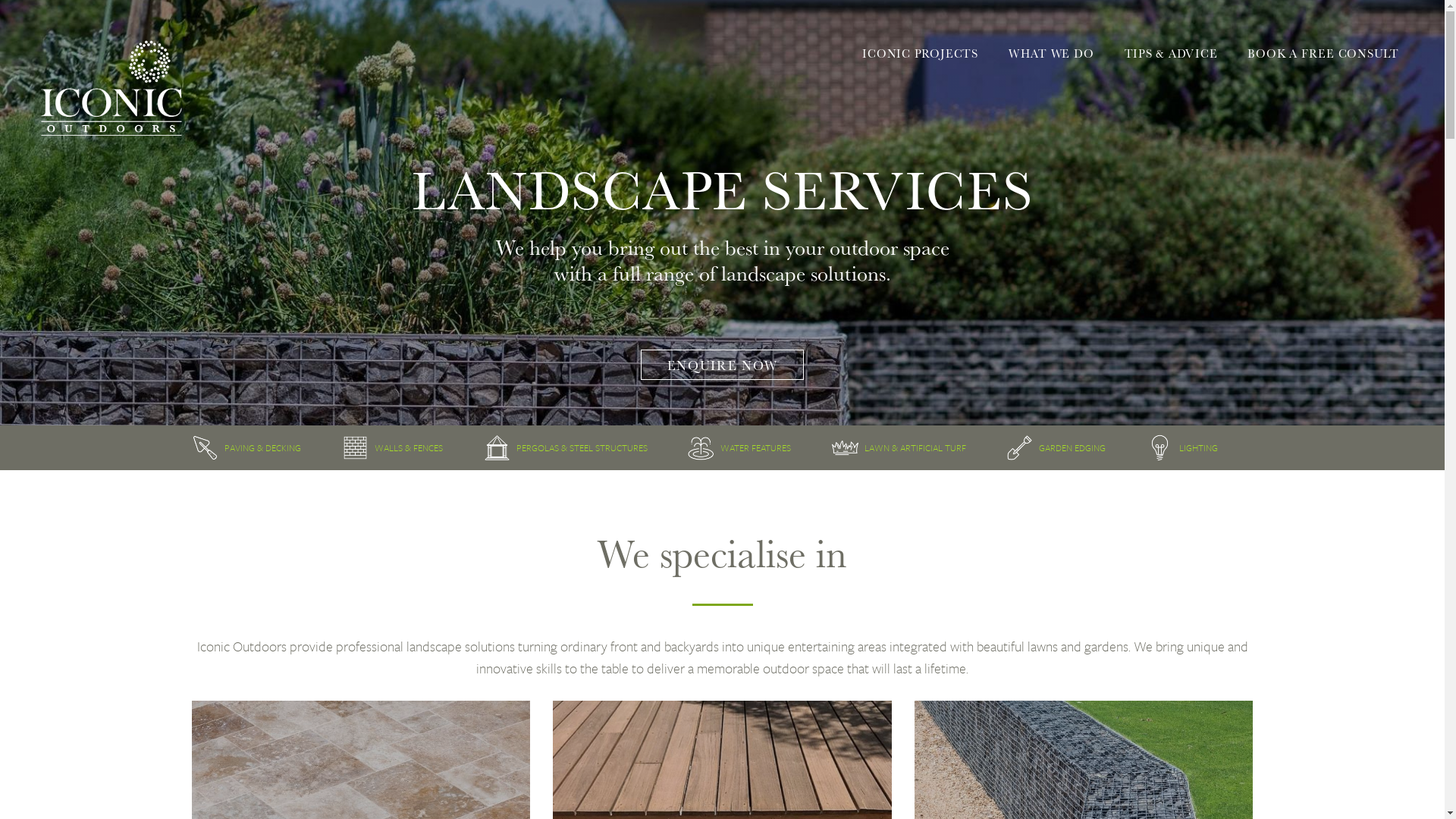  What do you see at coordinates (722, 364) in the screenshot?
I see `'ENQUIRE NOW'` at bounding box center [722, 364].